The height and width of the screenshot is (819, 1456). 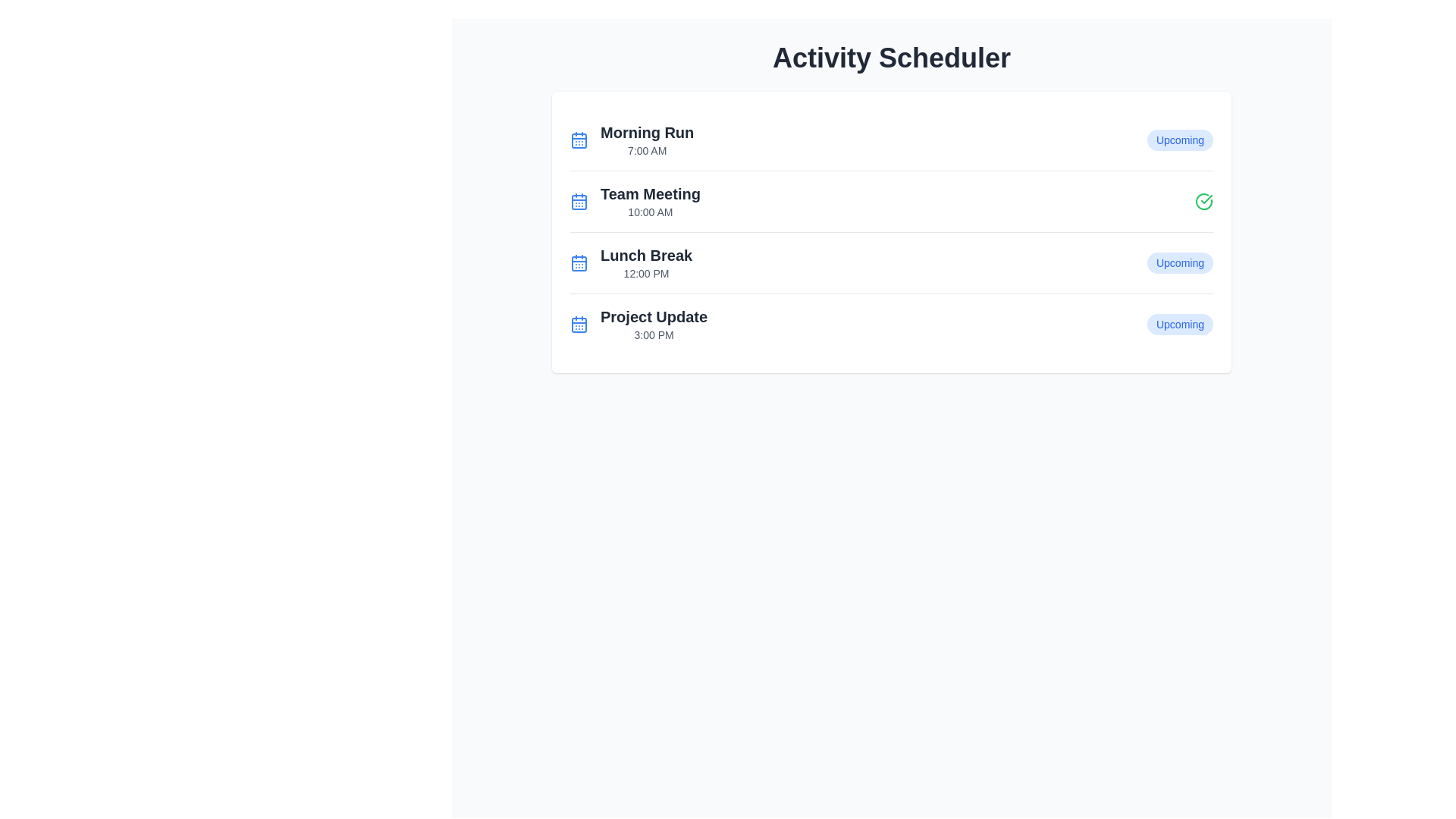 What do you see at coordinates (632, 140) in the screenshot?
I see `the first list item in the 'Activity Scheduler' section, which displays 'Morning Run' in bold with a blue calendar icon on the left` at bounding box center [632, 140].